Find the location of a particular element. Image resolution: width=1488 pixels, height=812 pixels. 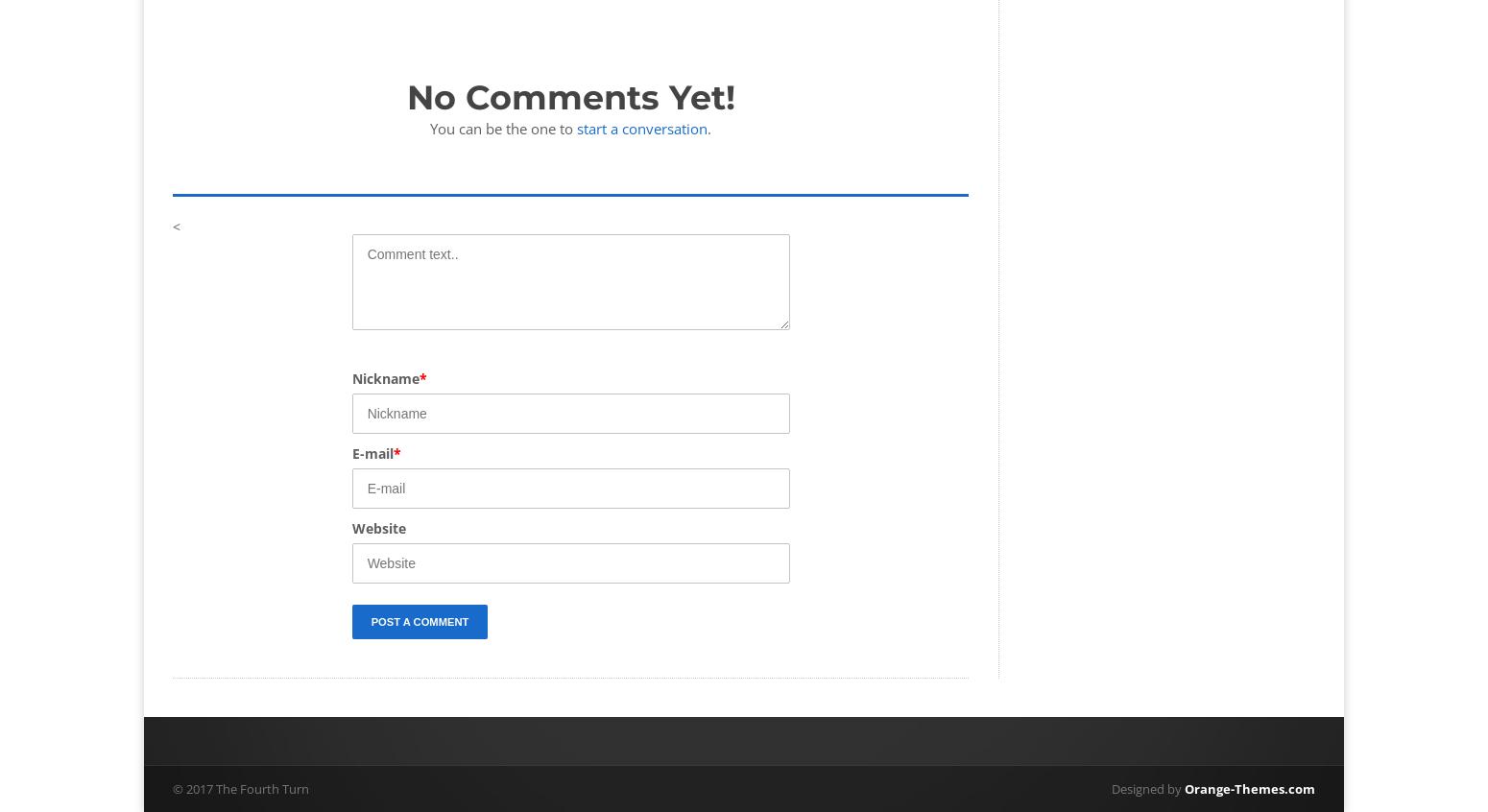

'<' is located at coordinates (171, 227).